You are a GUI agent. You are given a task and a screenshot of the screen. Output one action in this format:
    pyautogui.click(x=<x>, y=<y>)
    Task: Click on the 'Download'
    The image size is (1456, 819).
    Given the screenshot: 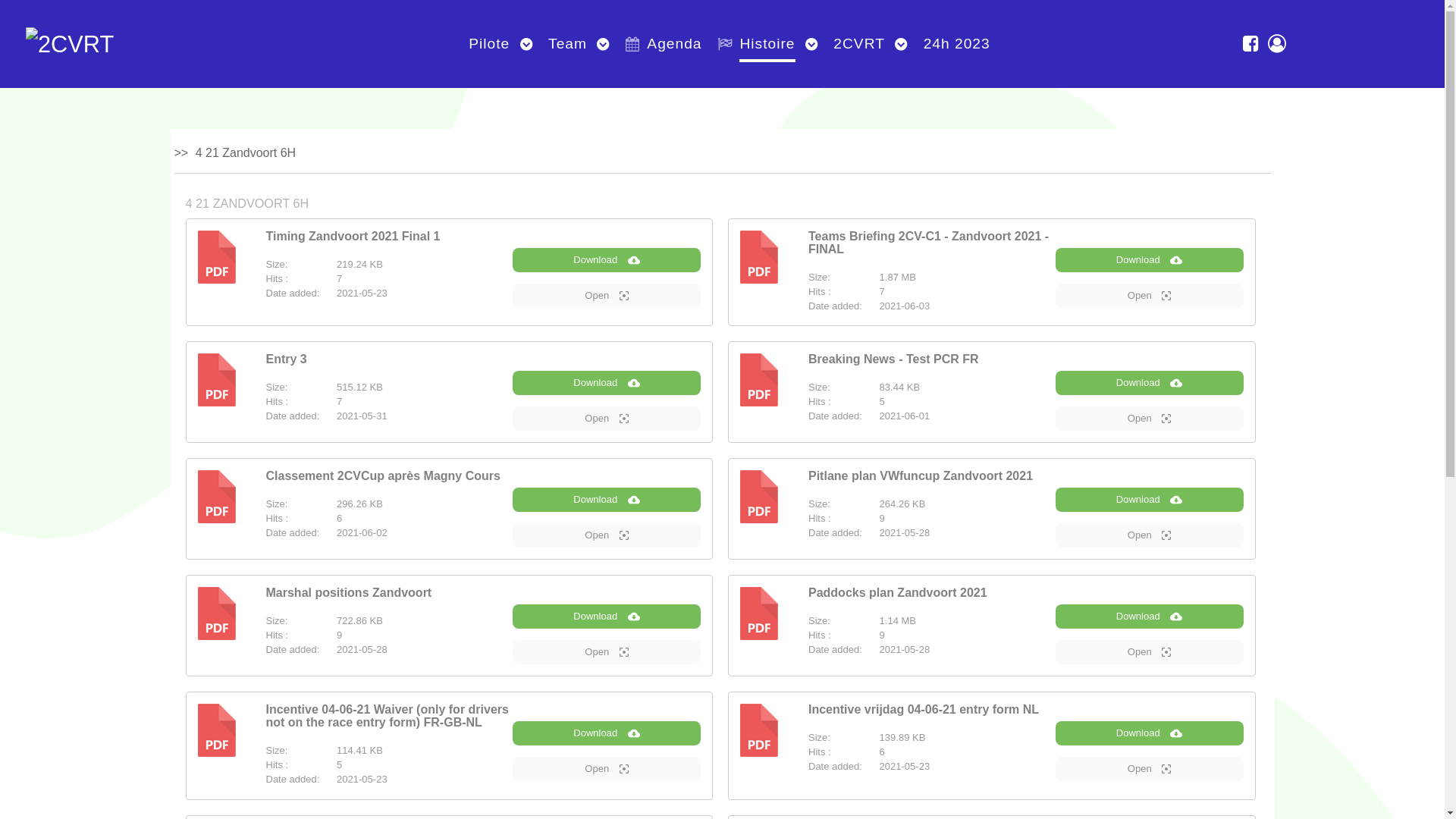 What is the action you would take?
    pyautogui.click(x=1150, y=259)
    